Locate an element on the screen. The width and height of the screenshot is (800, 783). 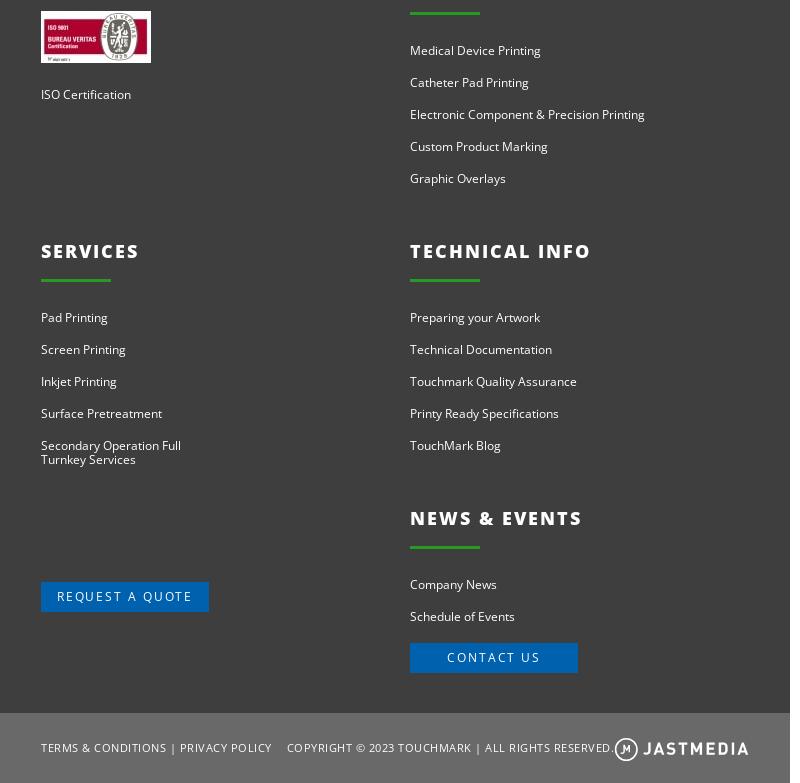
'Catheter Pad Printing' is located at coordinates (409, 82).